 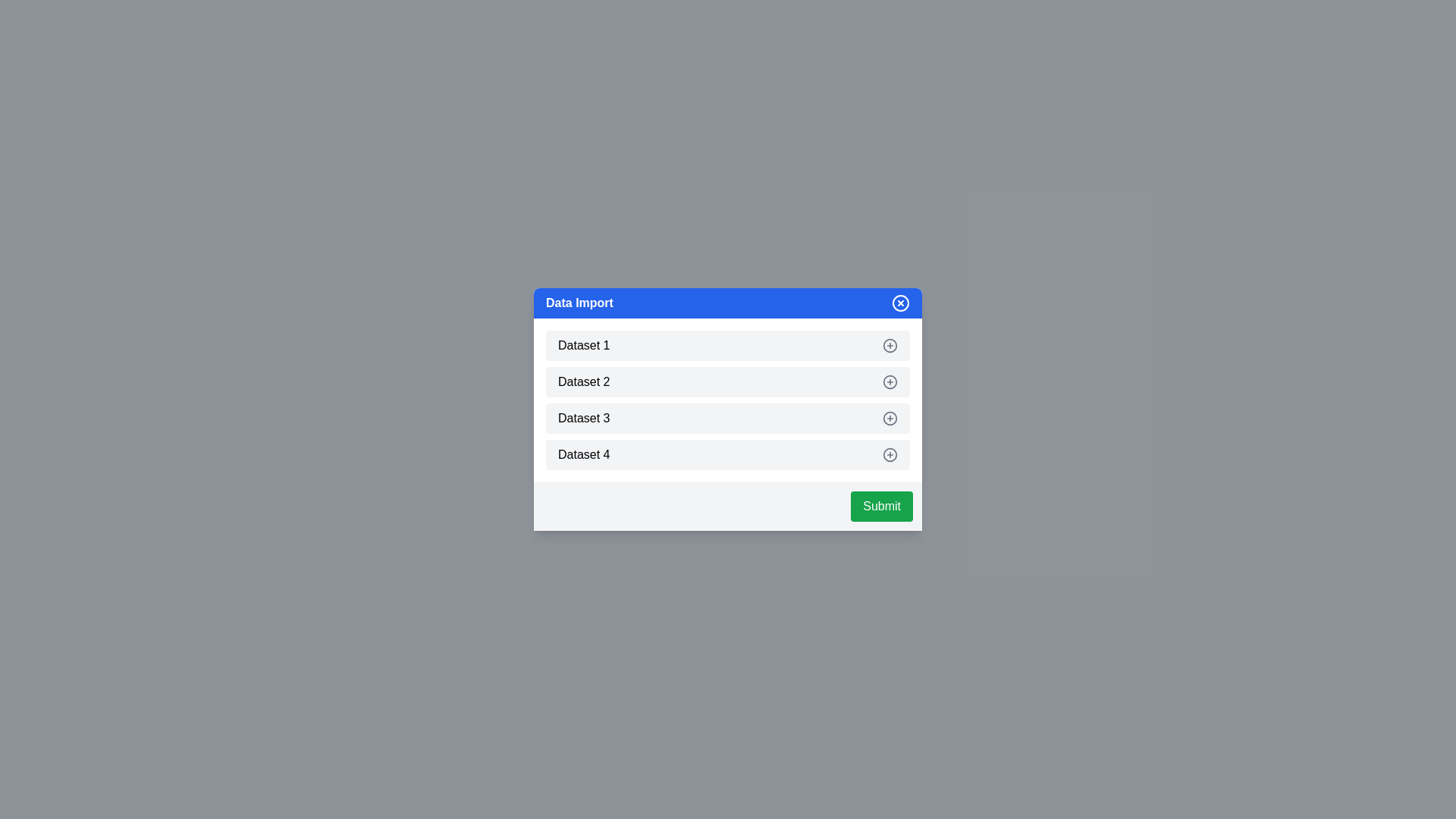 I want to click on the dataset item Dataset 3, so click(x=890, y=418).